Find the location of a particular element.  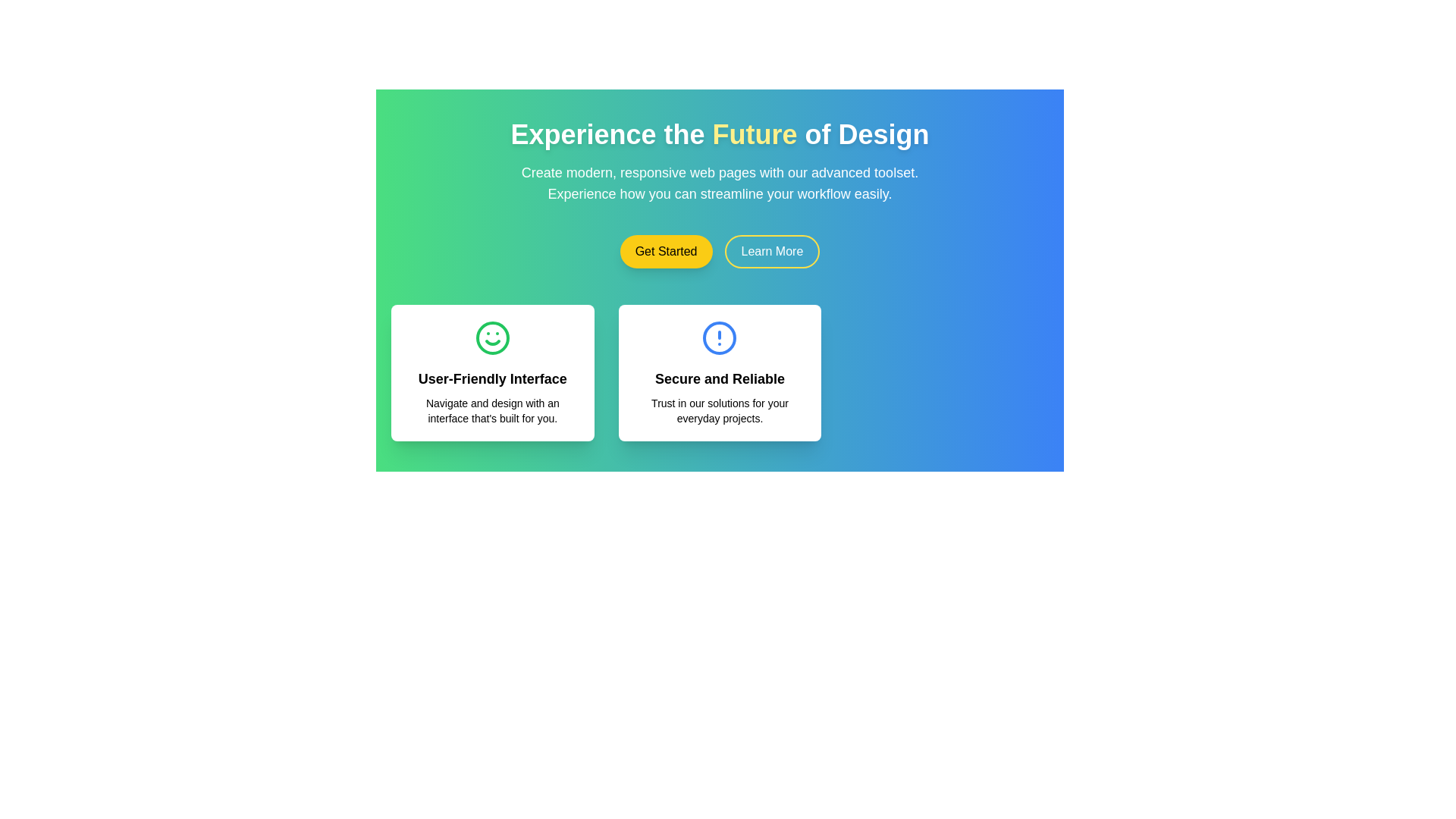

the text element that reads 'Trust in our solutions for your everyday projects.' which is located in the card labeled 'Secure and Reliable.' is located at coordinates (719, 411).